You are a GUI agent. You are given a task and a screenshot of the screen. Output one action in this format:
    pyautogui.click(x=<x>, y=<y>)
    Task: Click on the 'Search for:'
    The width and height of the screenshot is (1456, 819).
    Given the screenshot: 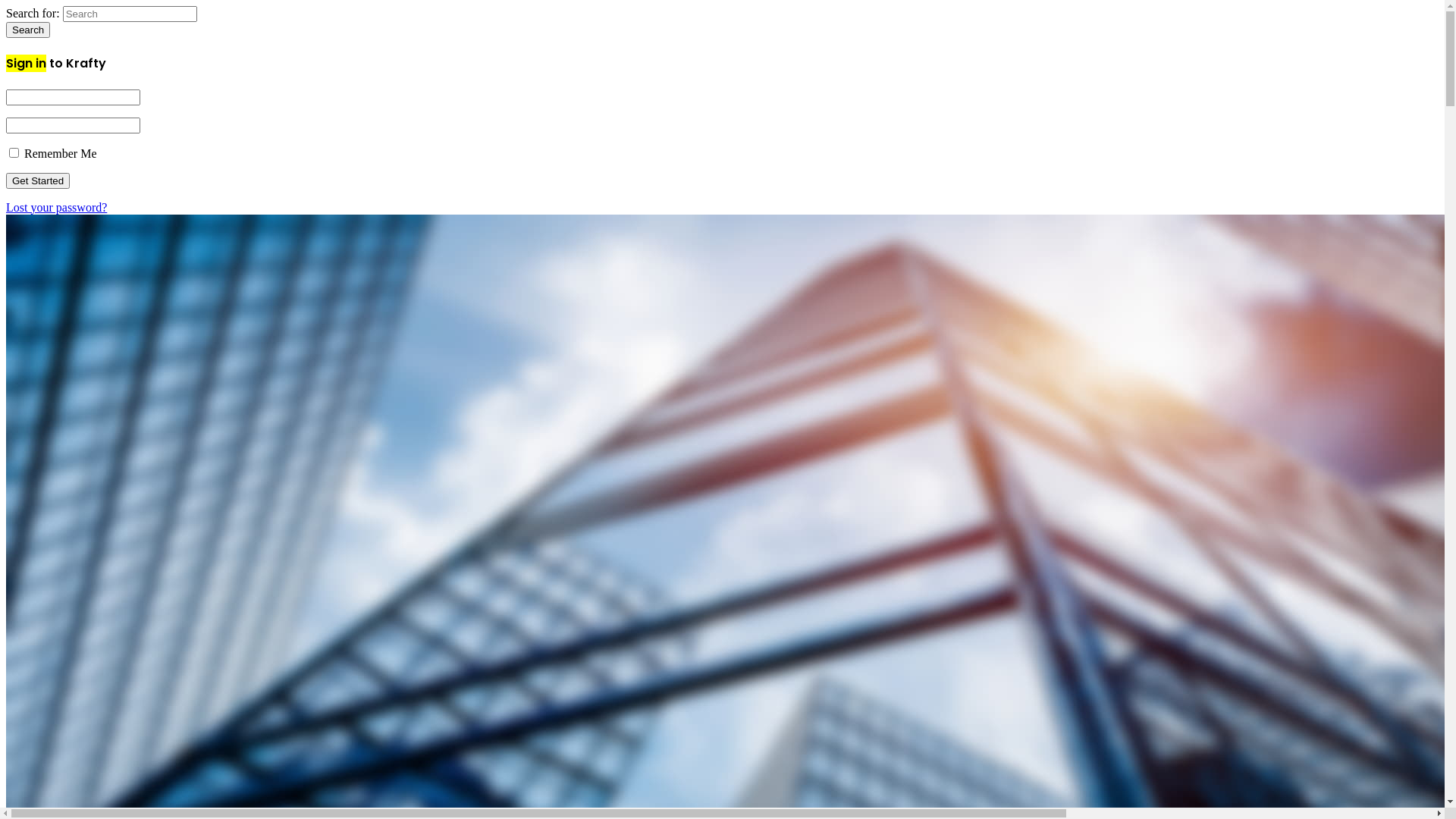 What is the action you would take?
    pyautogui.click(x=61, y=14)
    